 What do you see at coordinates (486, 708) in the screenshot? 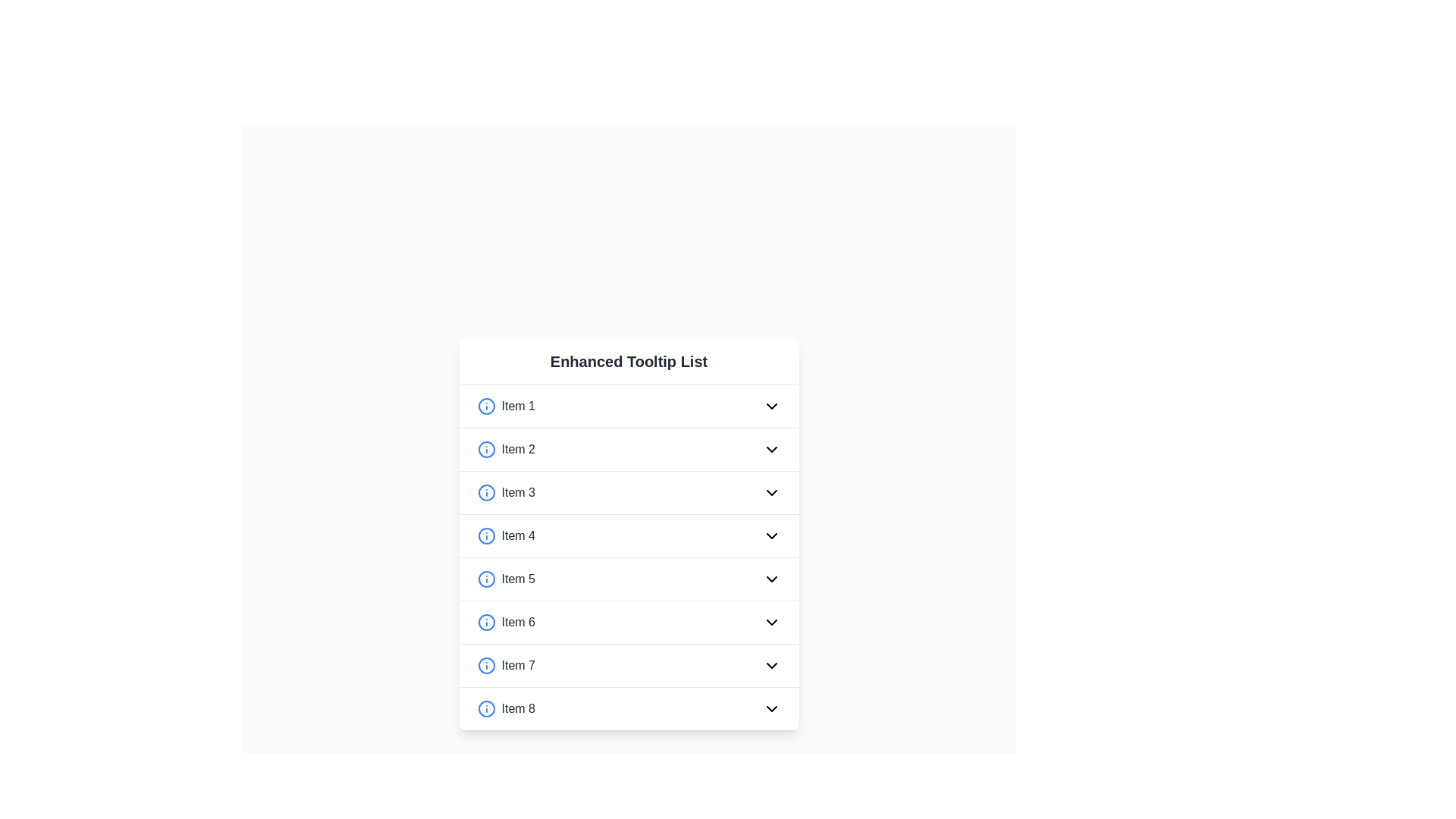
I see `the information icon located to the left of the text 'Item 8' in the 'Enhanced Tooltip List'` at bounding box center [486, 708].